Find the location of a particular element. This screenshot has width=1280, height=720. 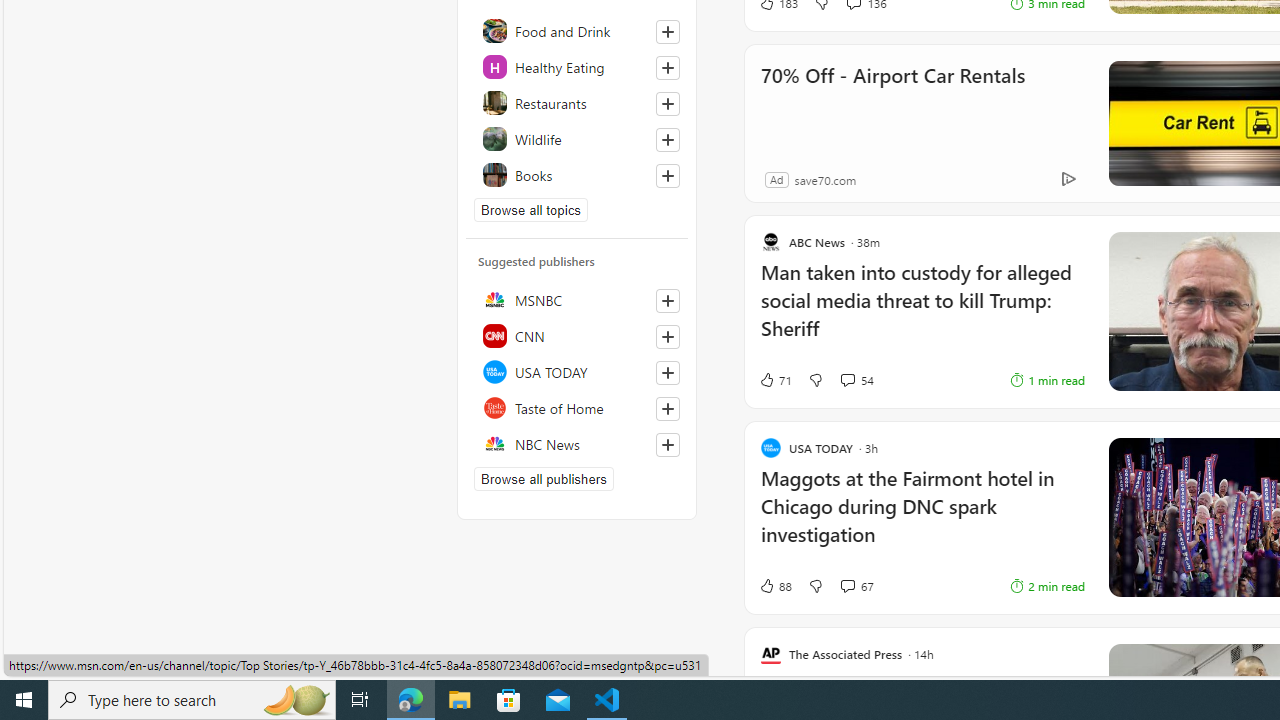

'Restaurants' is located at coordinates (576, 102).